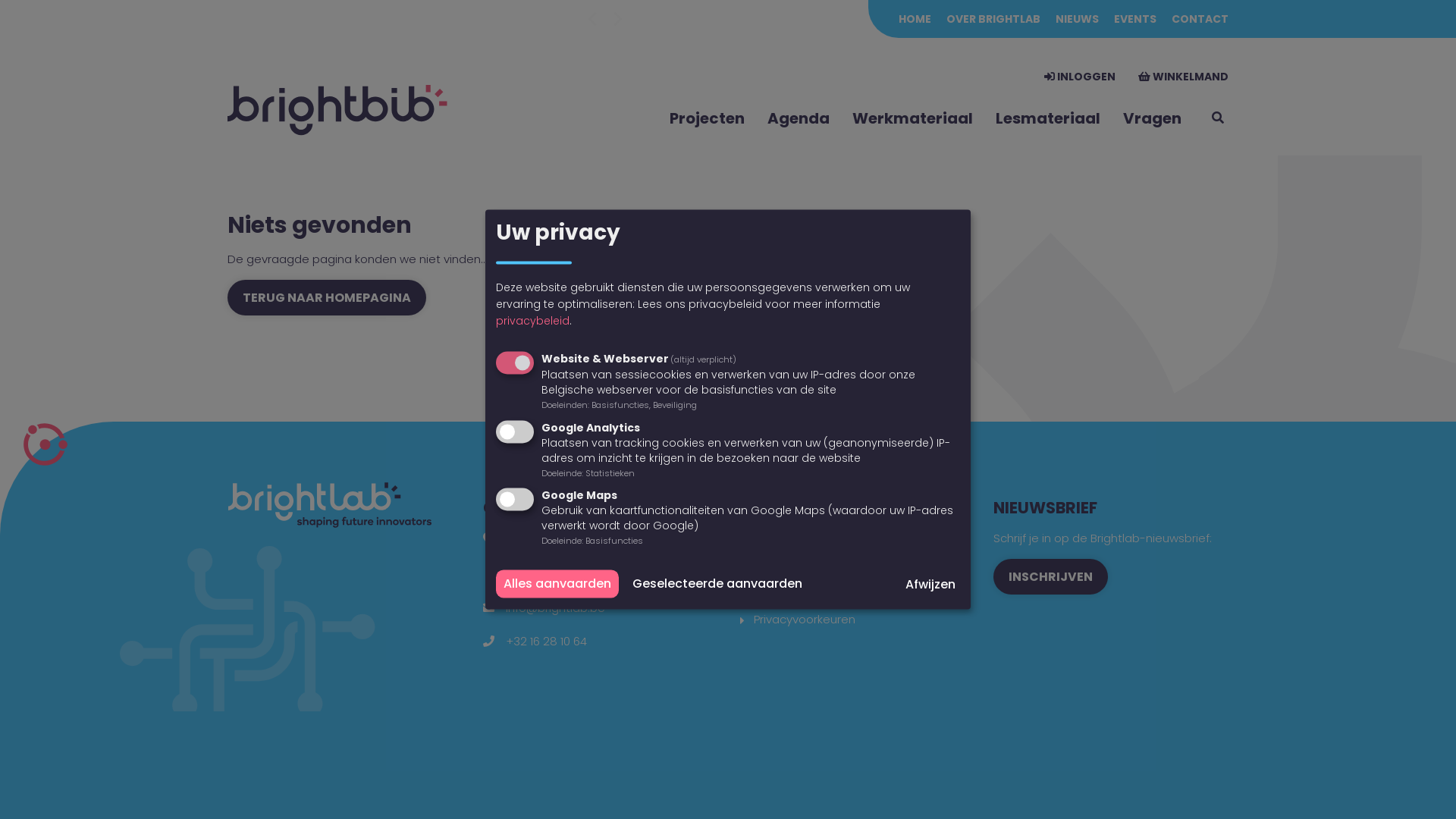  Describe the element at coordinates (532, 321) in the screenshot. I see `'privacybeleid'` at that location.